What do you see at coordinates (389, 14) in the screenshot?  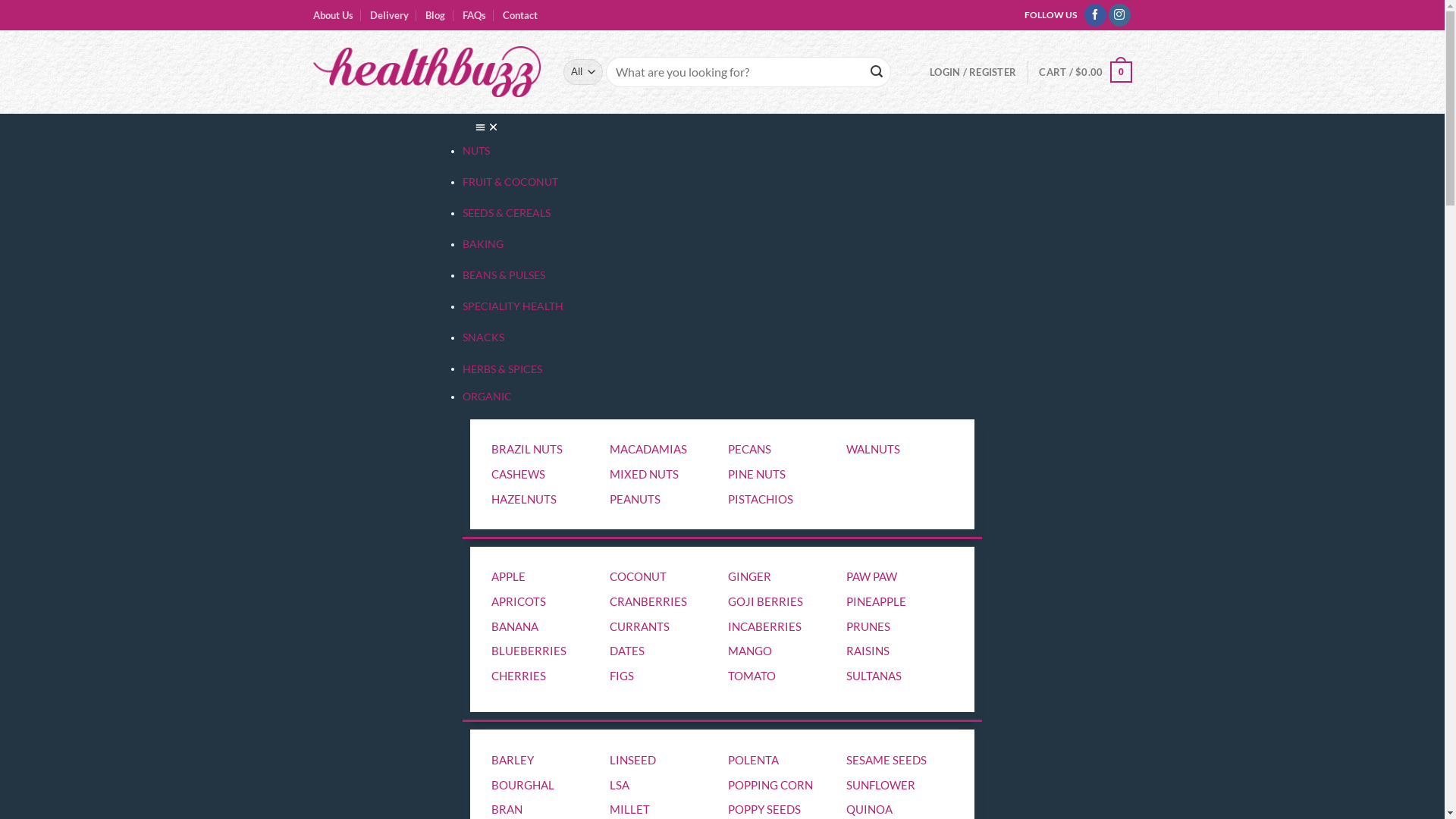 I see `'Delivery'` at bounding box center [389, 14].